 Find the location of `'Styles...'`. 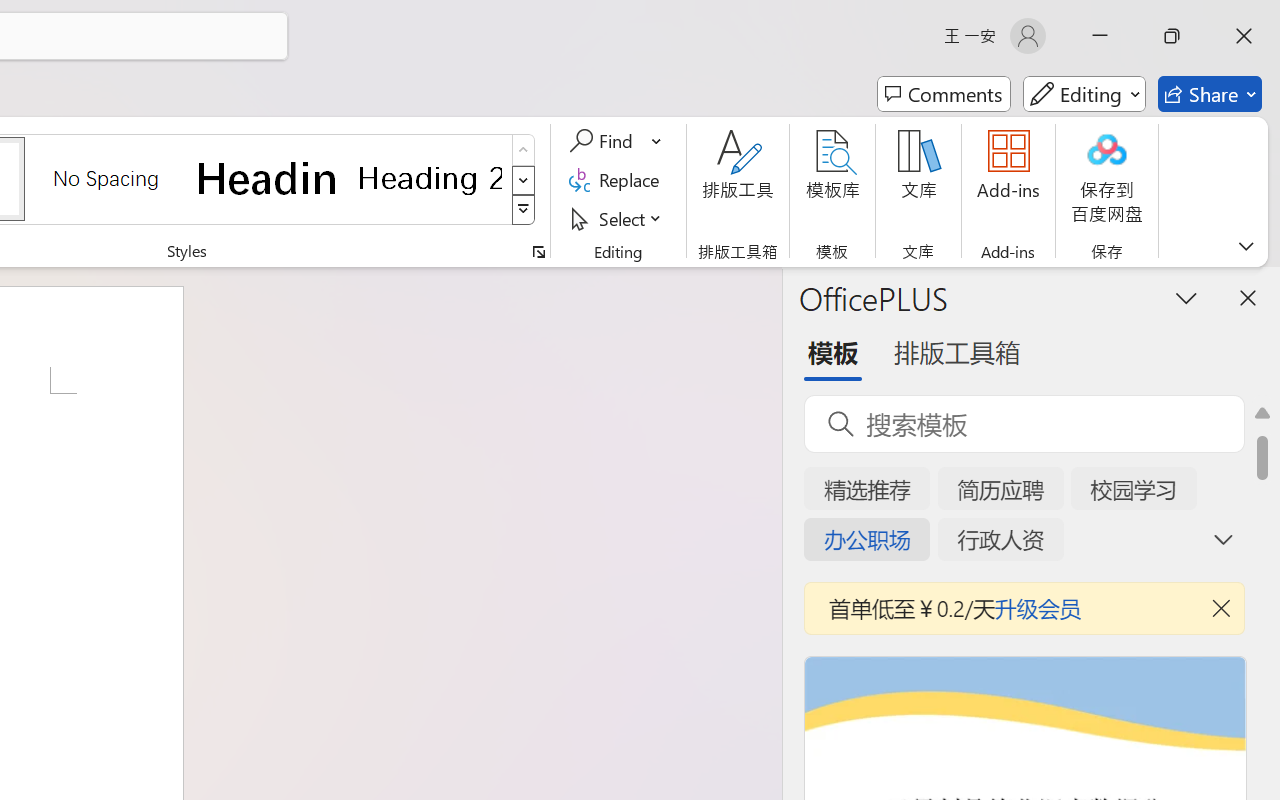

'Styles...' is located at coordinates (538, 251).